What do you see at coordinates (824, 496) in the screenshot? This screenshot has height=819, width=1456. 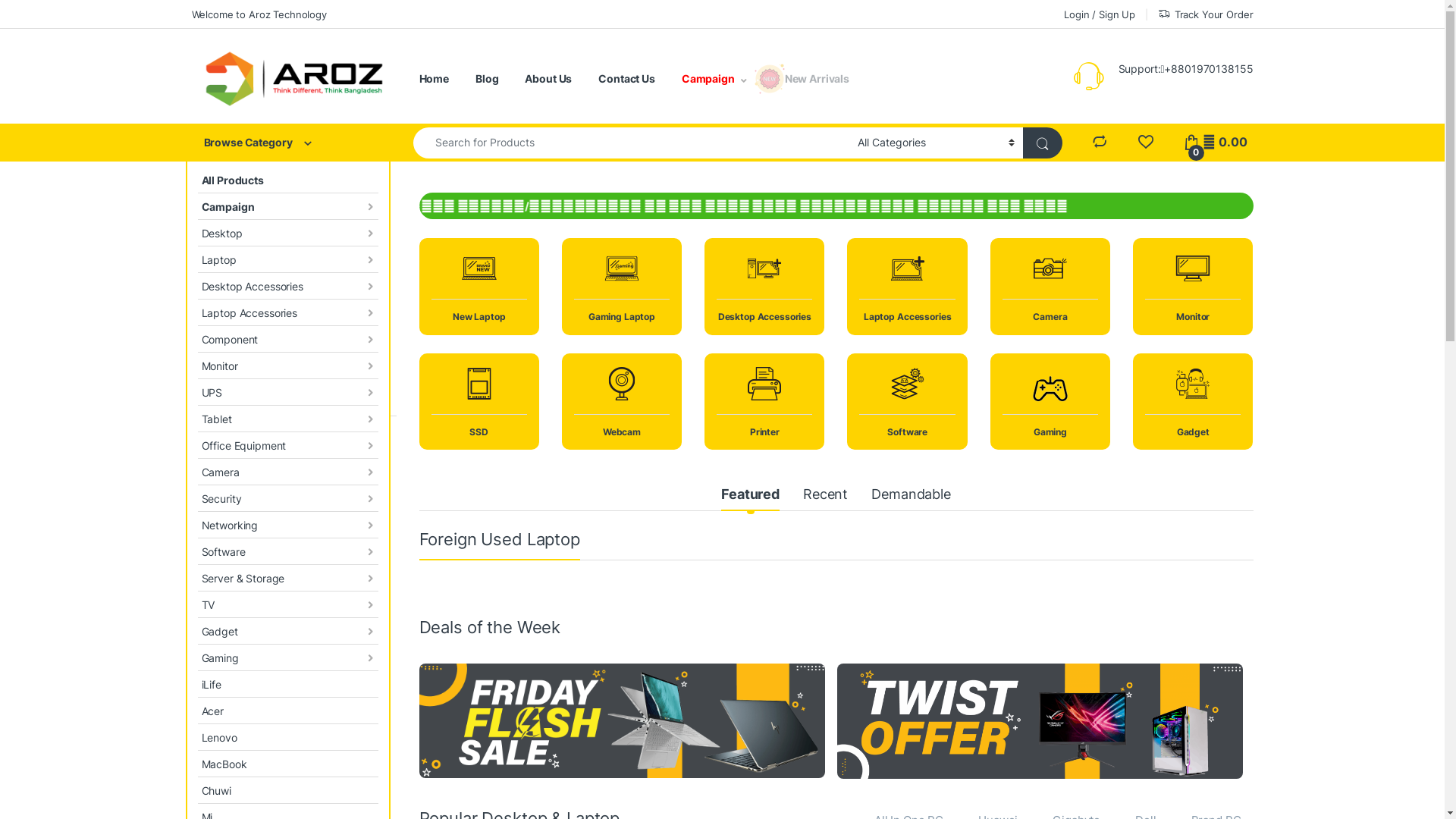 I see `'Recent'` at bounding box center [824, 496].